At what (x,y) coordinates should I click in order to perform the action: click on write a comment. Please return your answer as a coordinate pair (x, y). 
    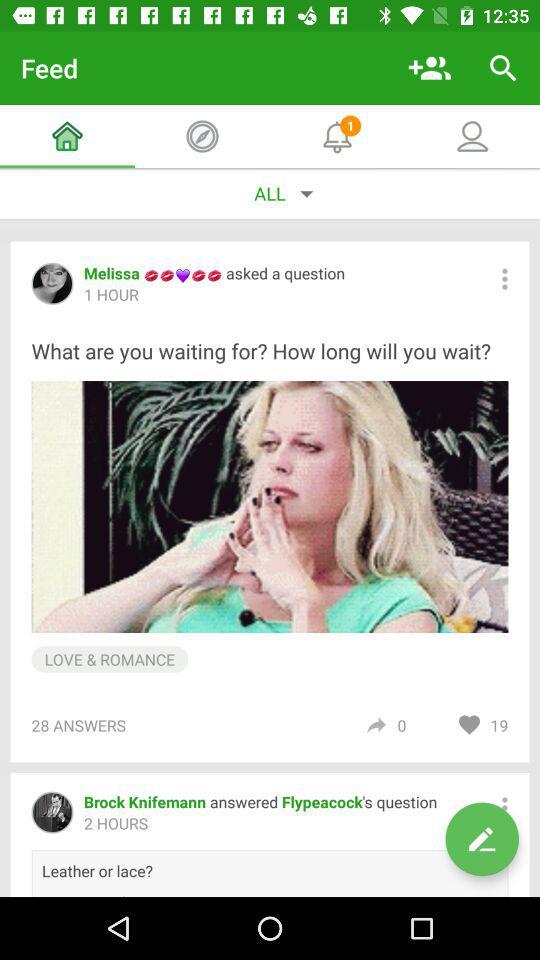
    Looking at the image, I should click on (481, 839).